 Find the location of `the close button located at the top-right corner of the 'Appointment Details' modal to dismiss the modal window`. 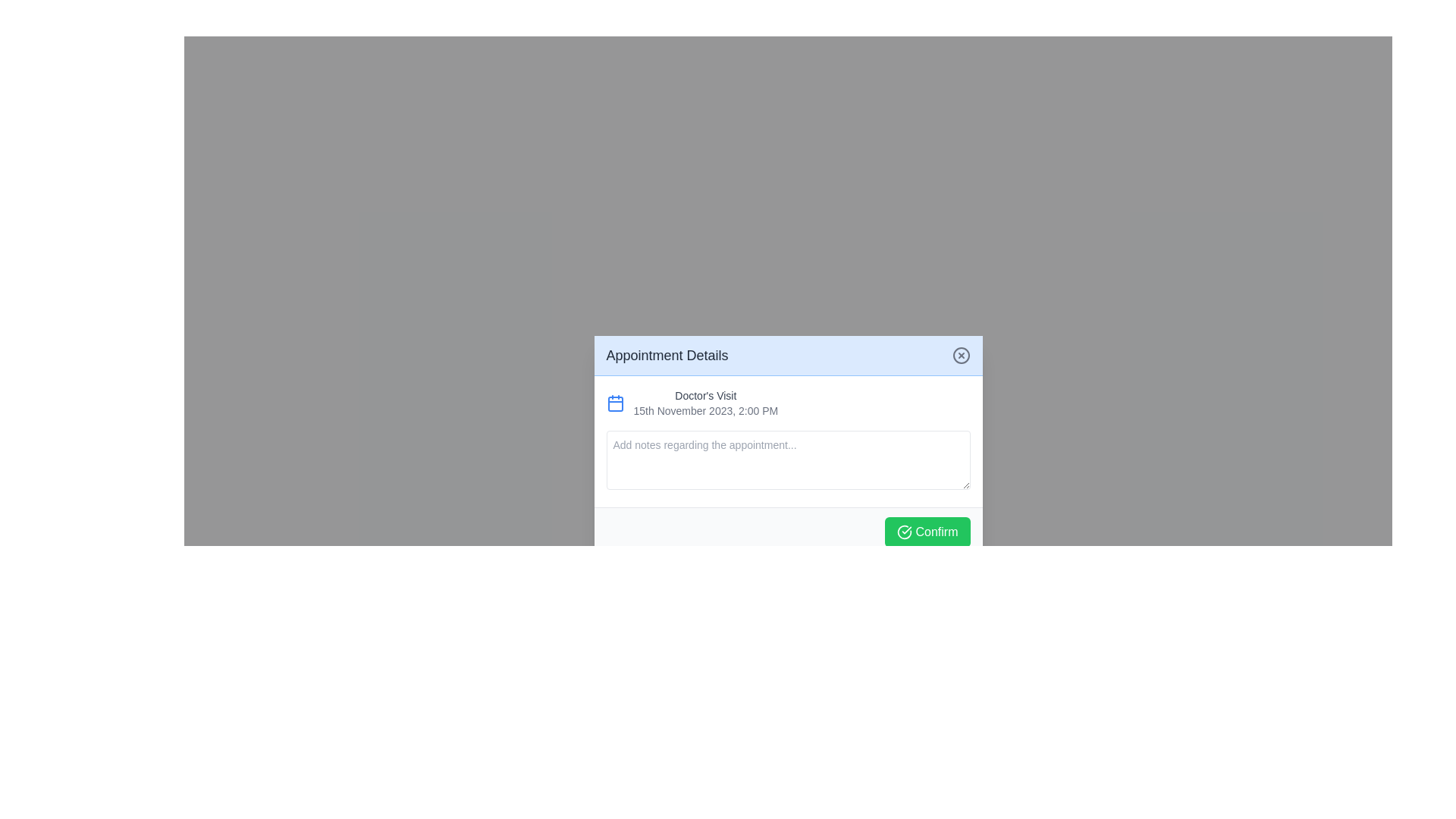

the close button located at the top-right corner of the 'Appointment Details' modal to dismiss the modal window is located at coordinates (960, 355).